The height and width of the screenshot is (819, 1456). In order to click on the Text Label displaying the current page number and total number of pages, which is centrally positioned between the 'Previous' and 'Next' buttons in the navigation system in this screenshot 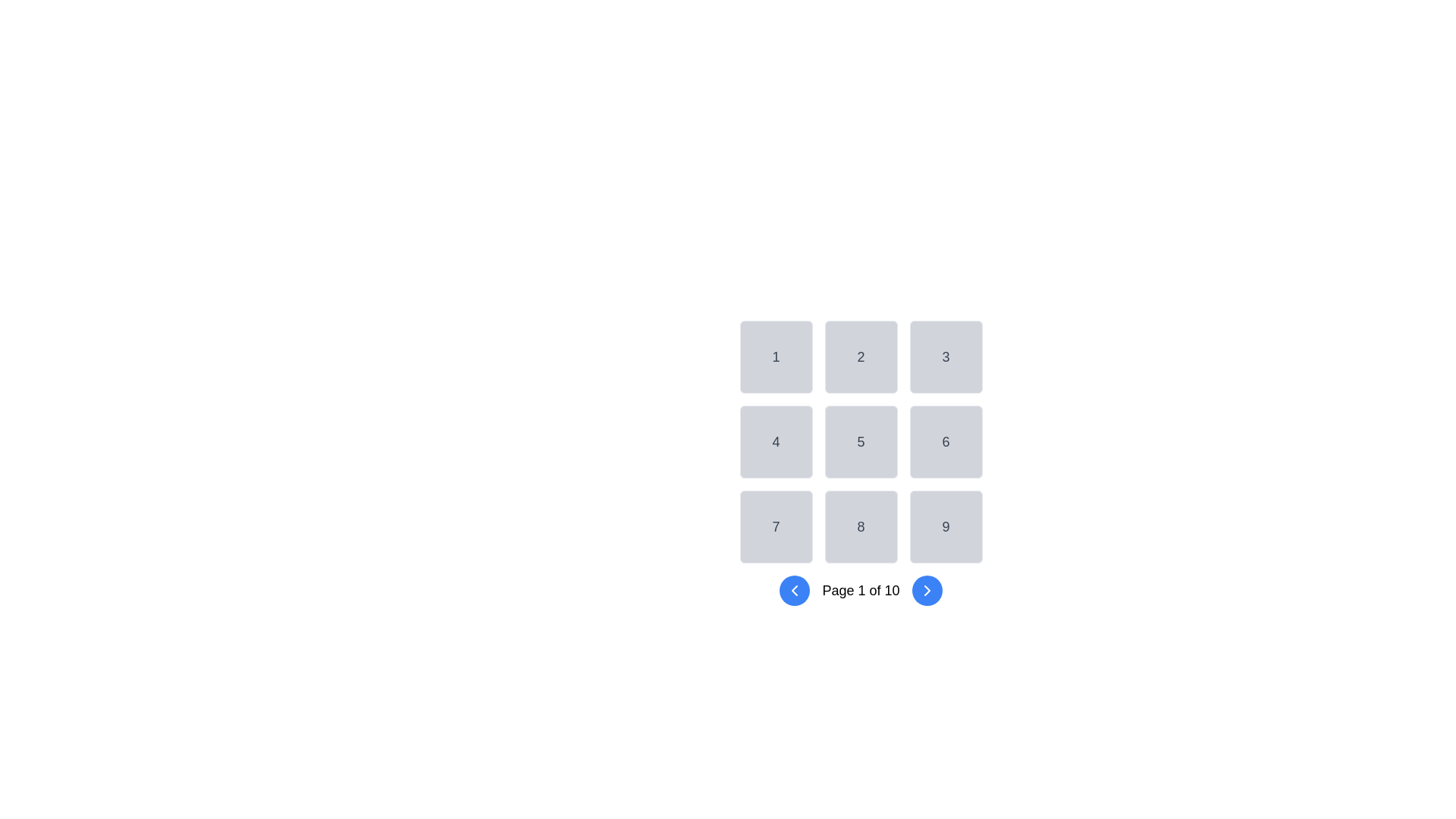, I will do `click(861, 590)`.